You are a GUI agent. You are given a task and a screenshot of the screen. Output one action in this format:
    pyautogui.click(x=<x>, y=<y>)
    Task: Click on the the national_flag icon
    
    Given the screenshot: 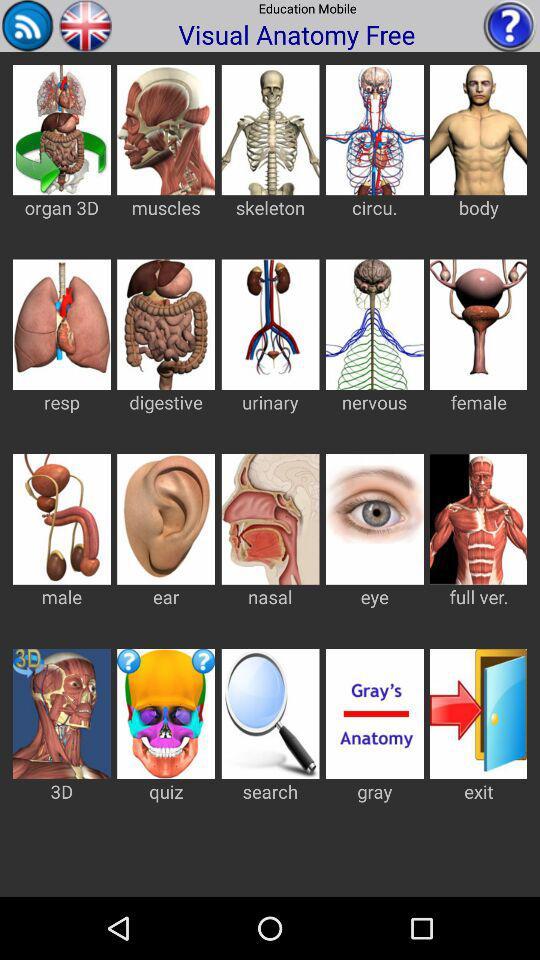 What is the action you would take?
    pyautogui.click(x=84, y=26)
    